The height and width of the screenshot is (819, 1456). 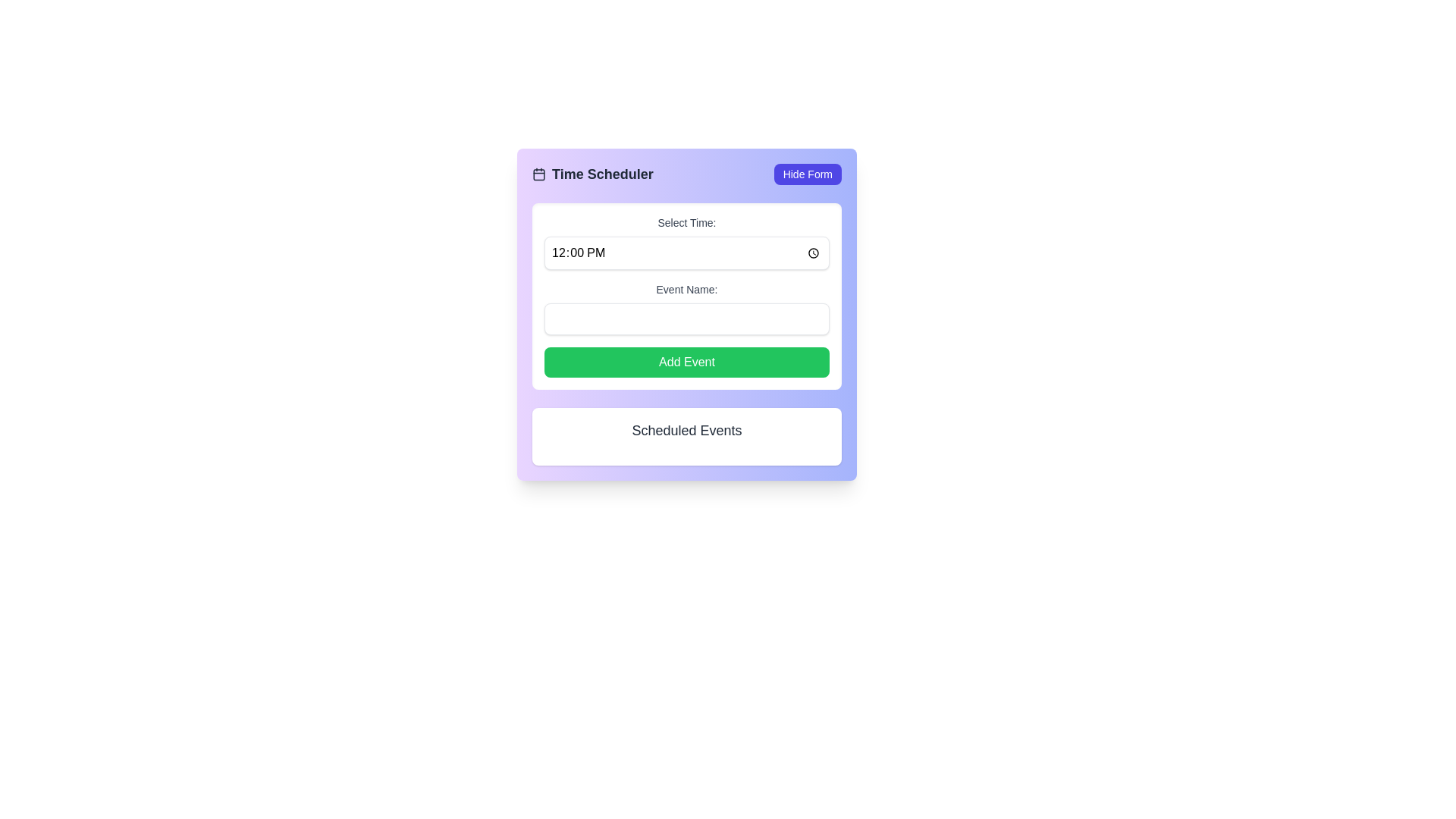 I want to click on the static text label displaying 'Event Name:' which is positioned above the input field for event names, so click(x=686, y=289).